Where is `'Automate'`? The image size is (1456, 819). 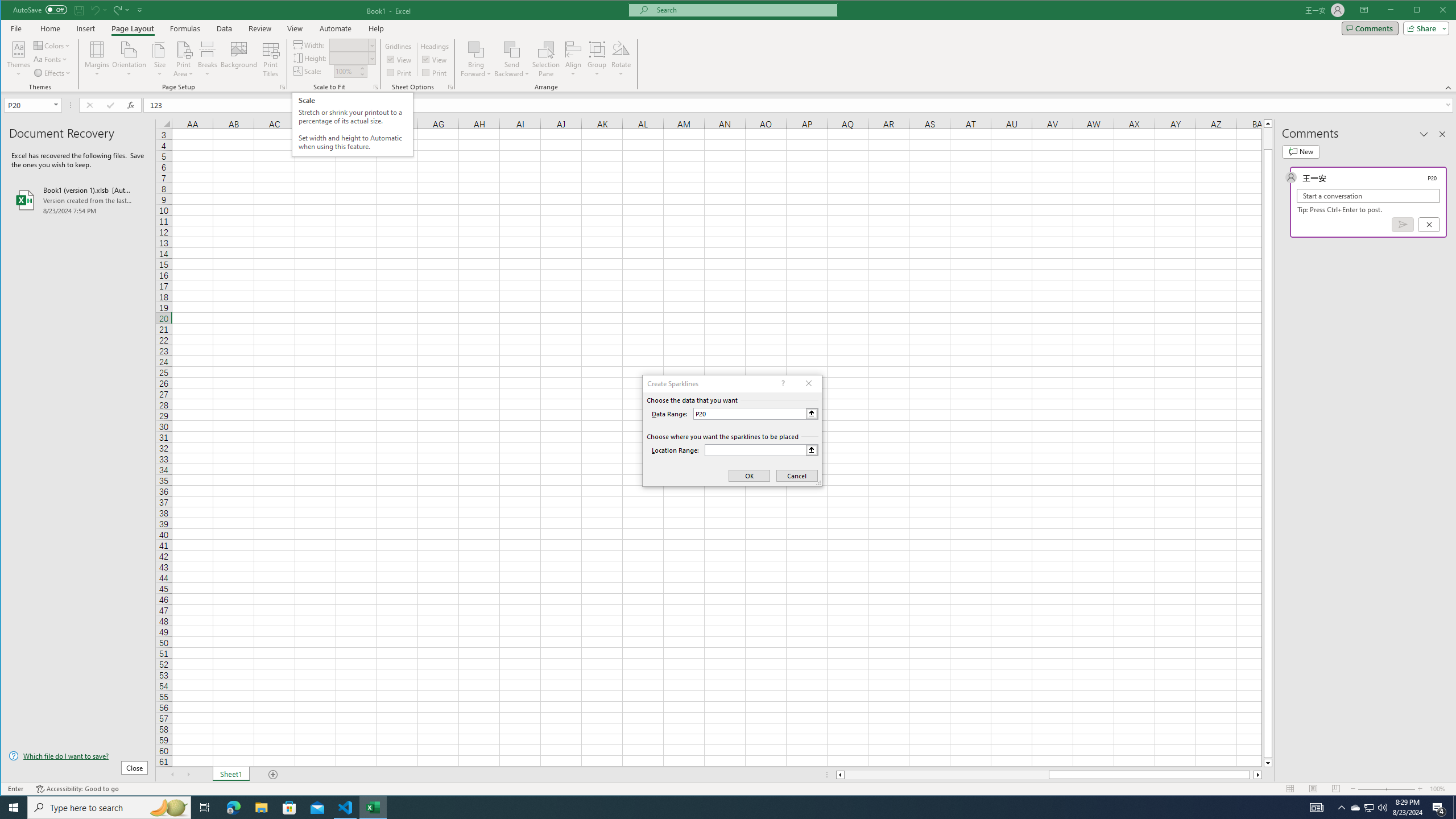
'Automate' is located at coordinates (336, 28).